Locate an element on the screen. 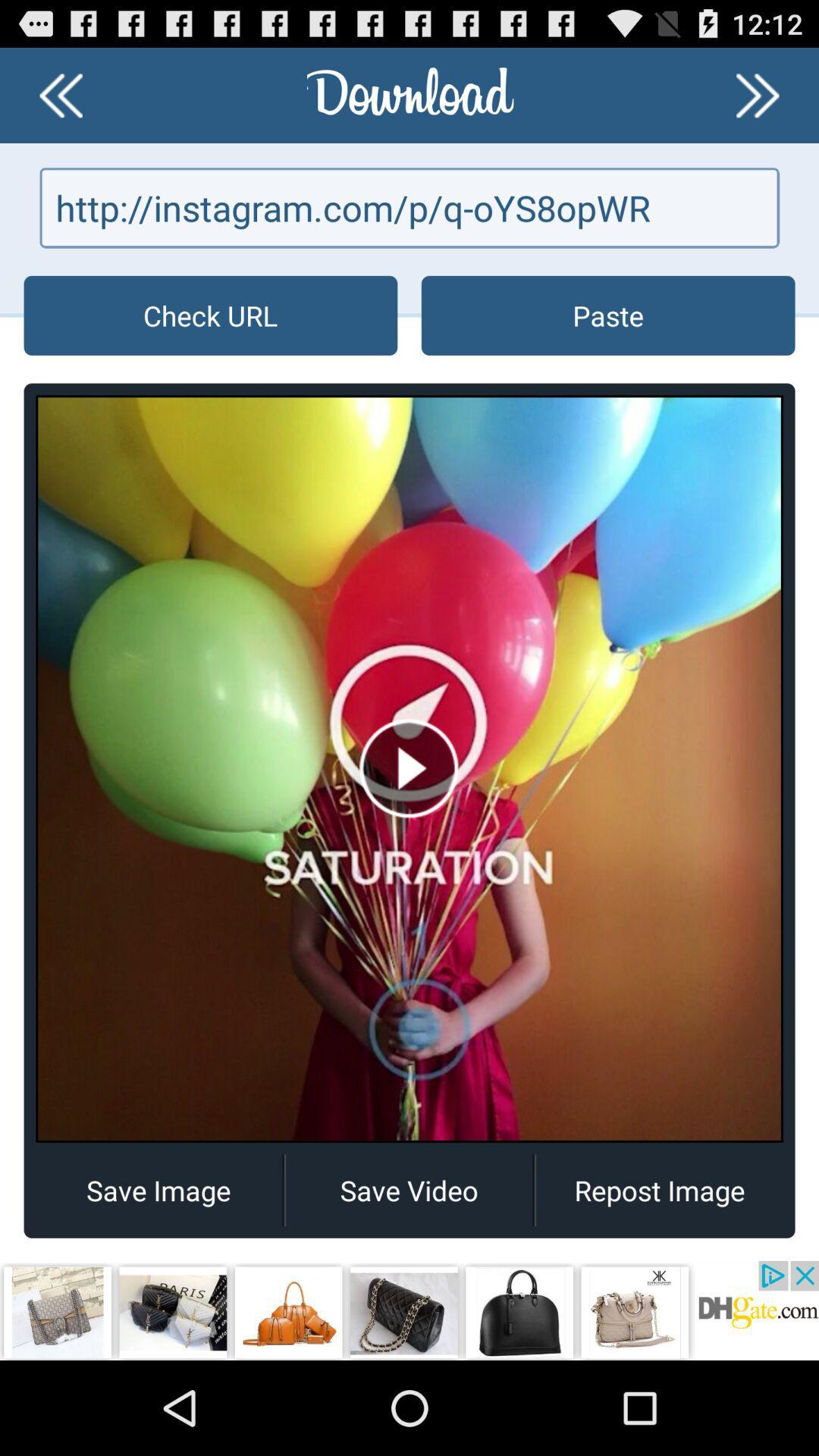 The width and height of the screenshot is (819, 1456). go forward is located at coordinates (758, 94).